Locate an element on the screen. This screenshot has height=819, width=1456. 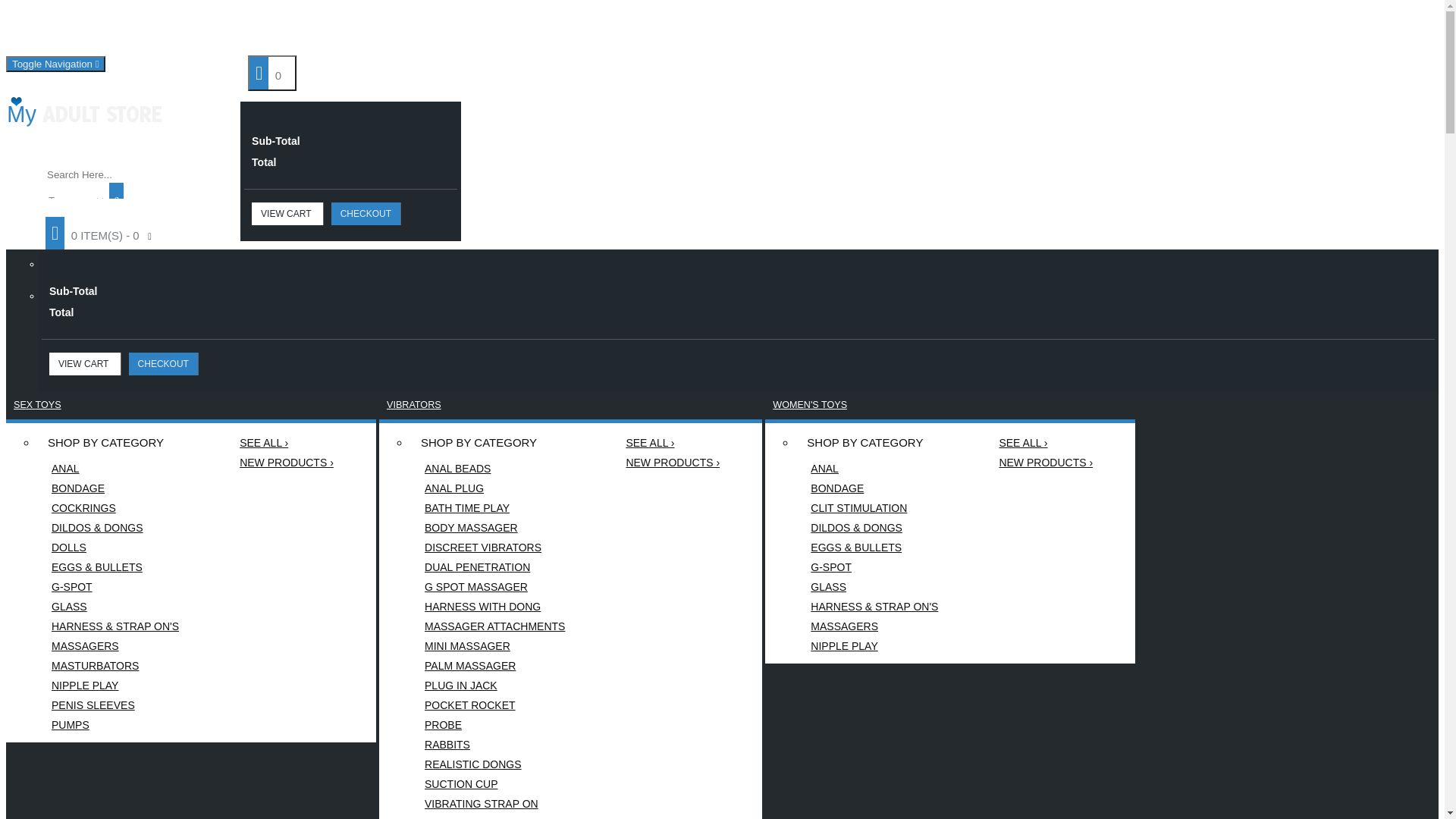
'PENIS SLEEVES' is located at coordinates (115, 704).